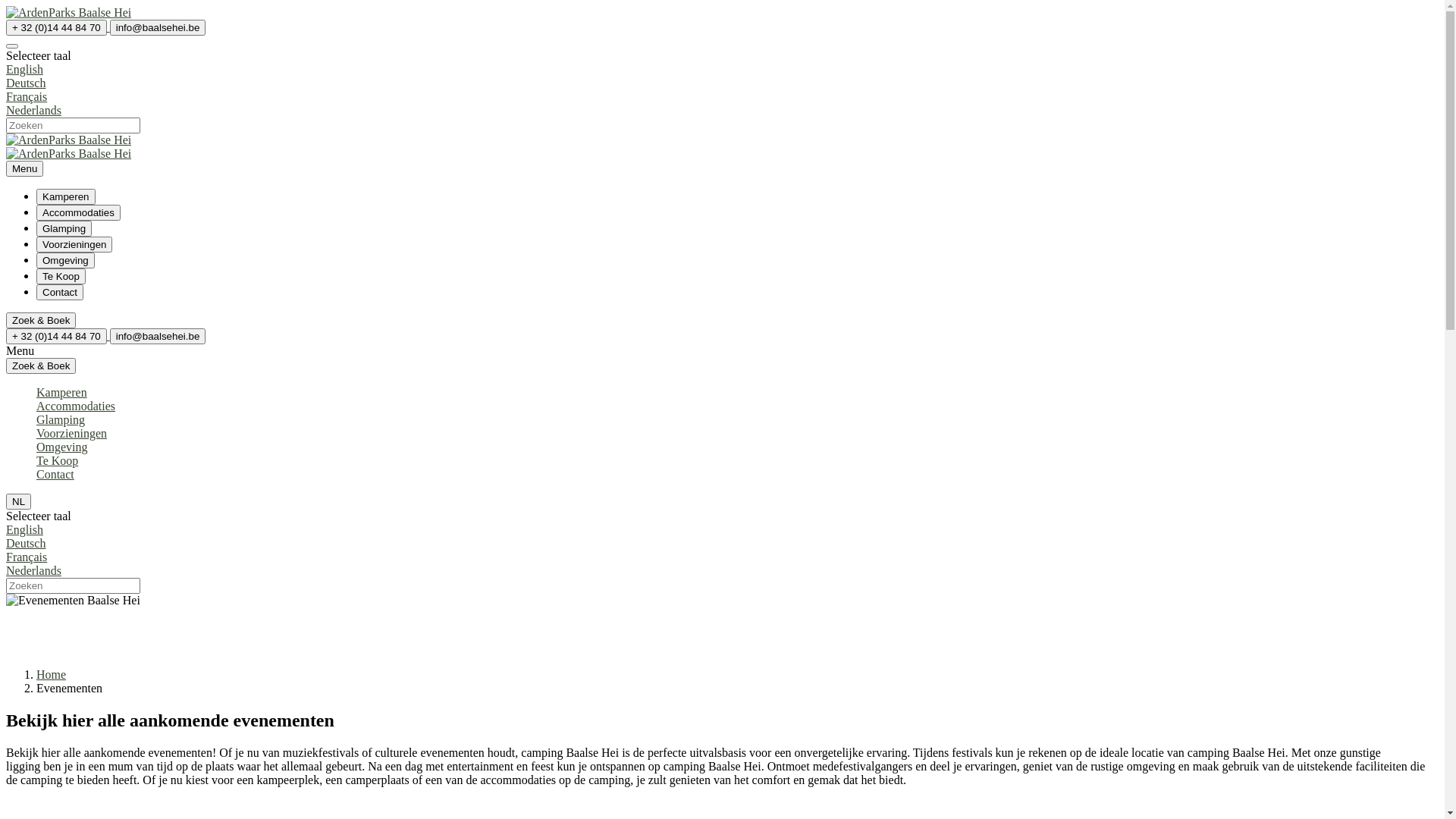 The width and height of the screenshot is (1456, 819). What do you see at coordinates (58, 334) in the screenshot?
I see `'+ 32 (0)14 44 84 70'` at bounding box center [58, 334].